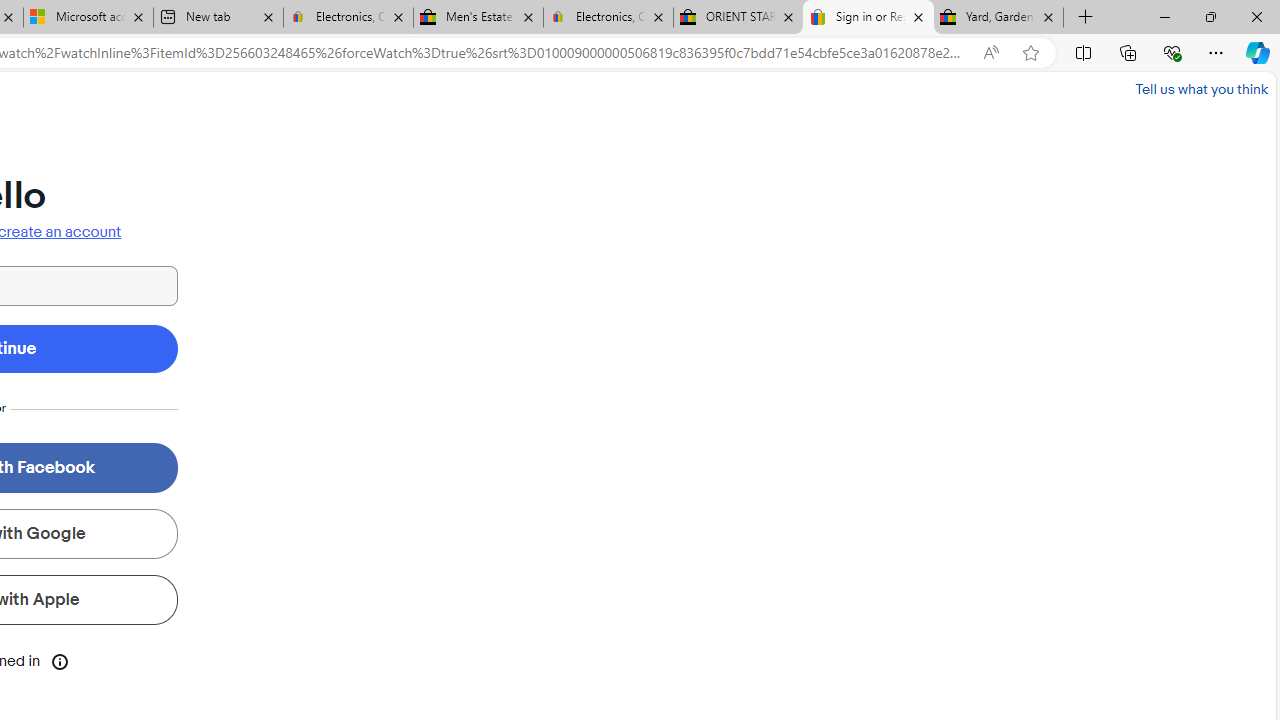  What do you see at coordinates (1200, 88) in the screenshot?
I see `'Tell us what you think - Link opens in a new window'` at bounding box center [1200, 88].